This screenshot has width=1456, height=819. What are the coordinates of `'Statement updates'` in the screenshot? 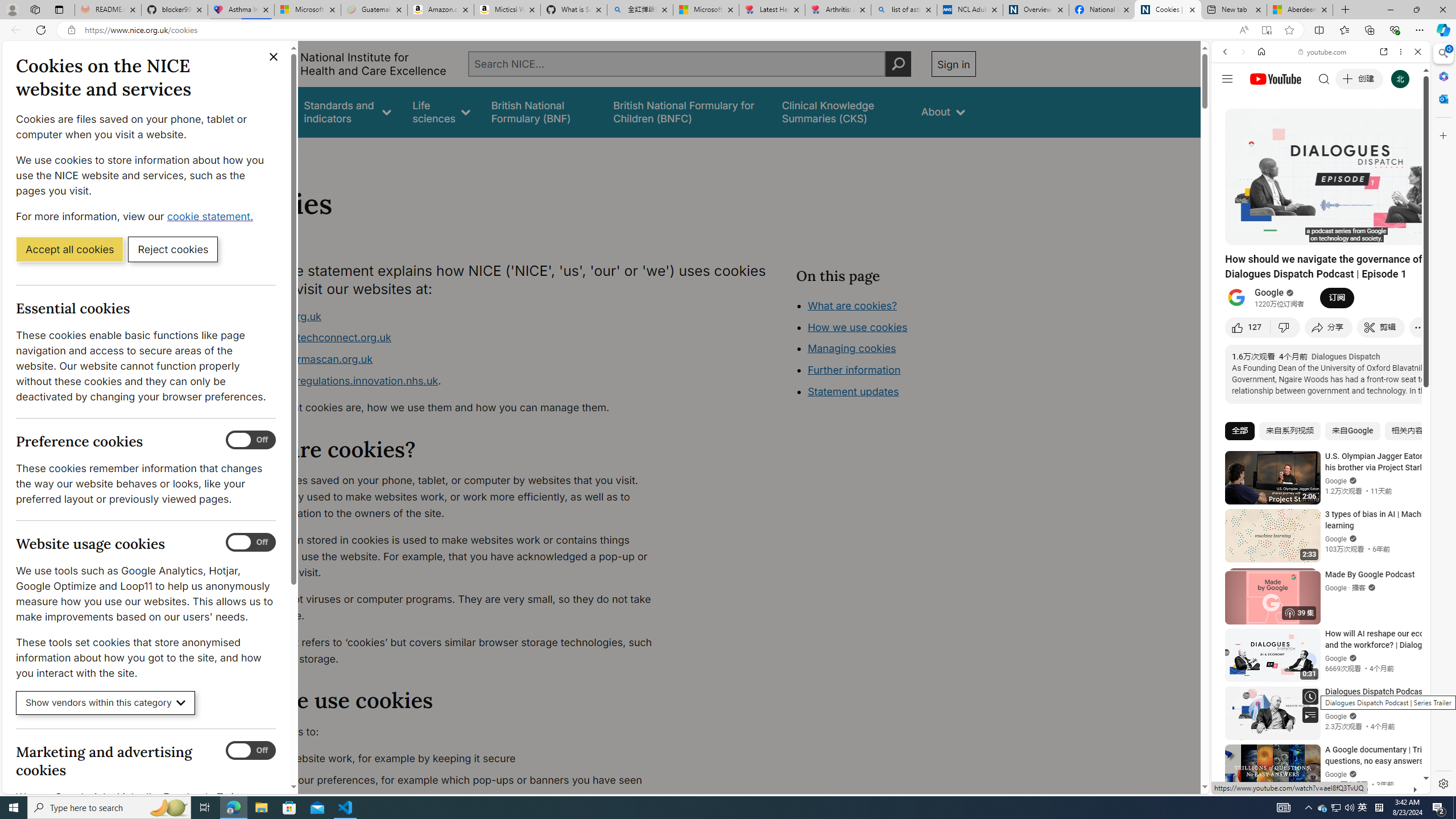 It's located at (853, 392).